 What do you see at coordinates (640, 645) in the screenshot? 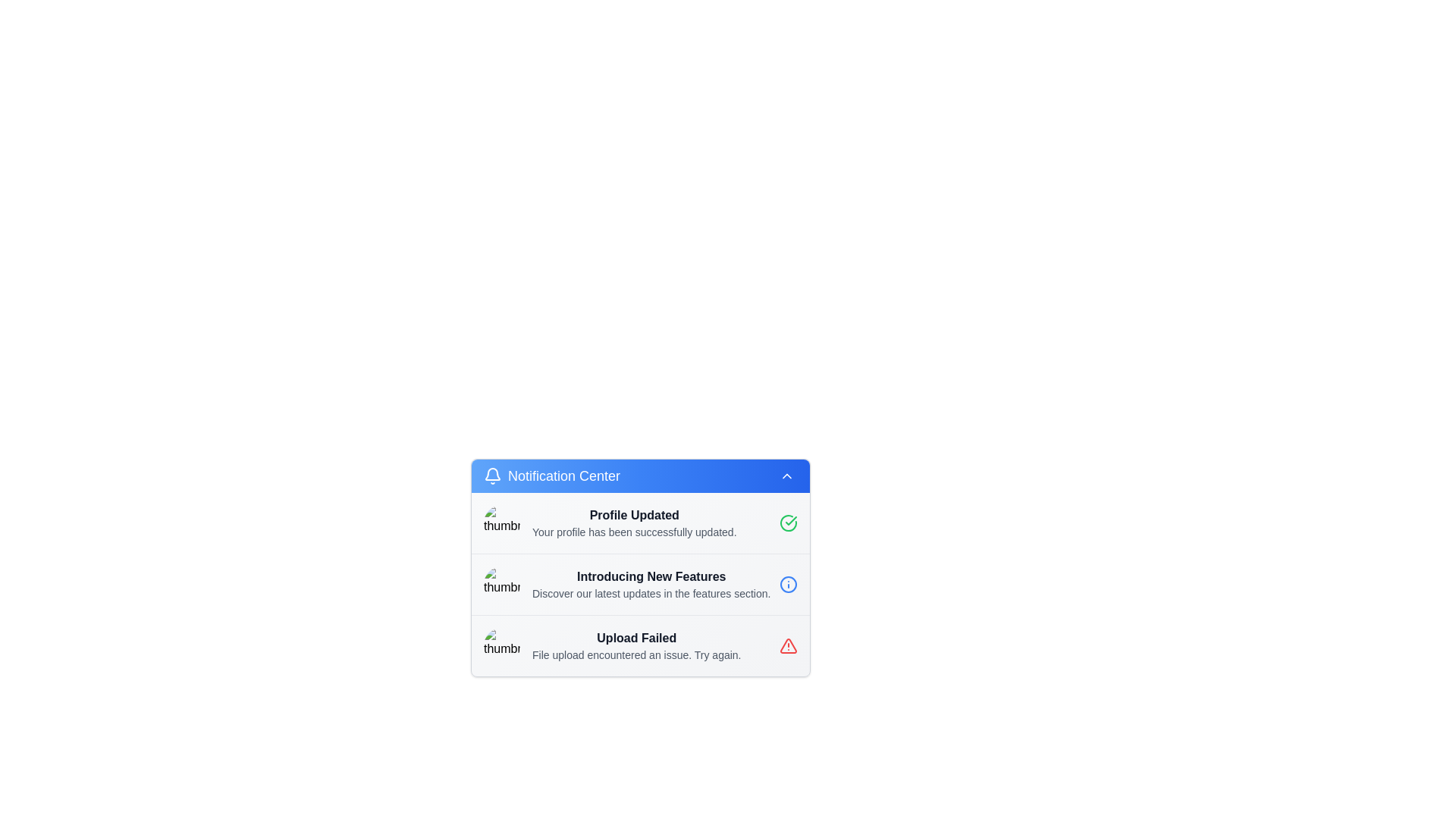
I see `the 'Upload Failed' notification banner, which includes a bold title and a description about the file upload issue` at bounding box center [640, 645].